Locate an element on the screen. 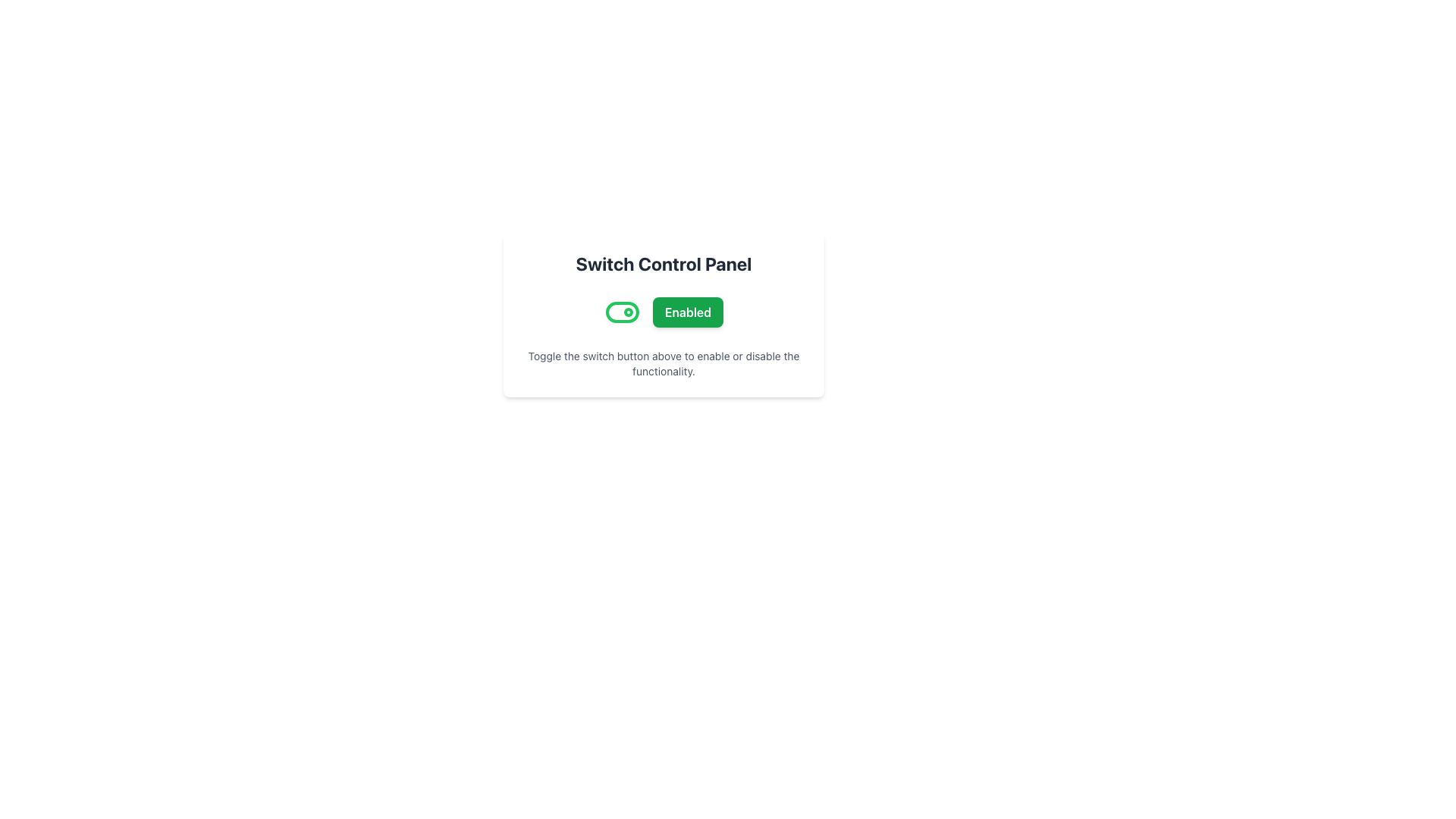 The image size is (1456, 819). the text that reads 'Toggle the switch button above to enable or disable the functionality.' located at the bottom of the Switch Control Panel is located at coordinates (664, 363).